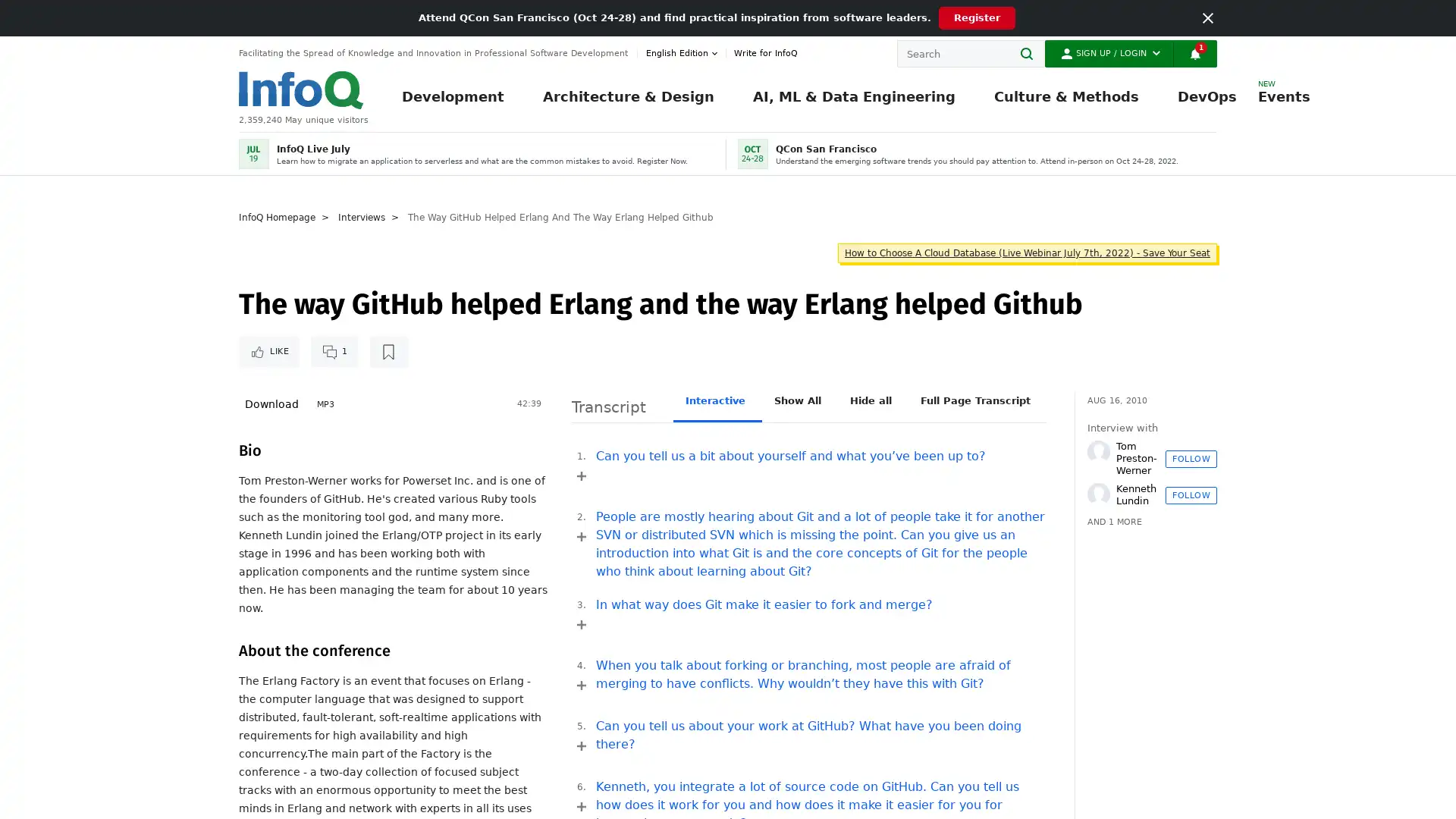  I want to click on Notifications, so click(1194, 52).